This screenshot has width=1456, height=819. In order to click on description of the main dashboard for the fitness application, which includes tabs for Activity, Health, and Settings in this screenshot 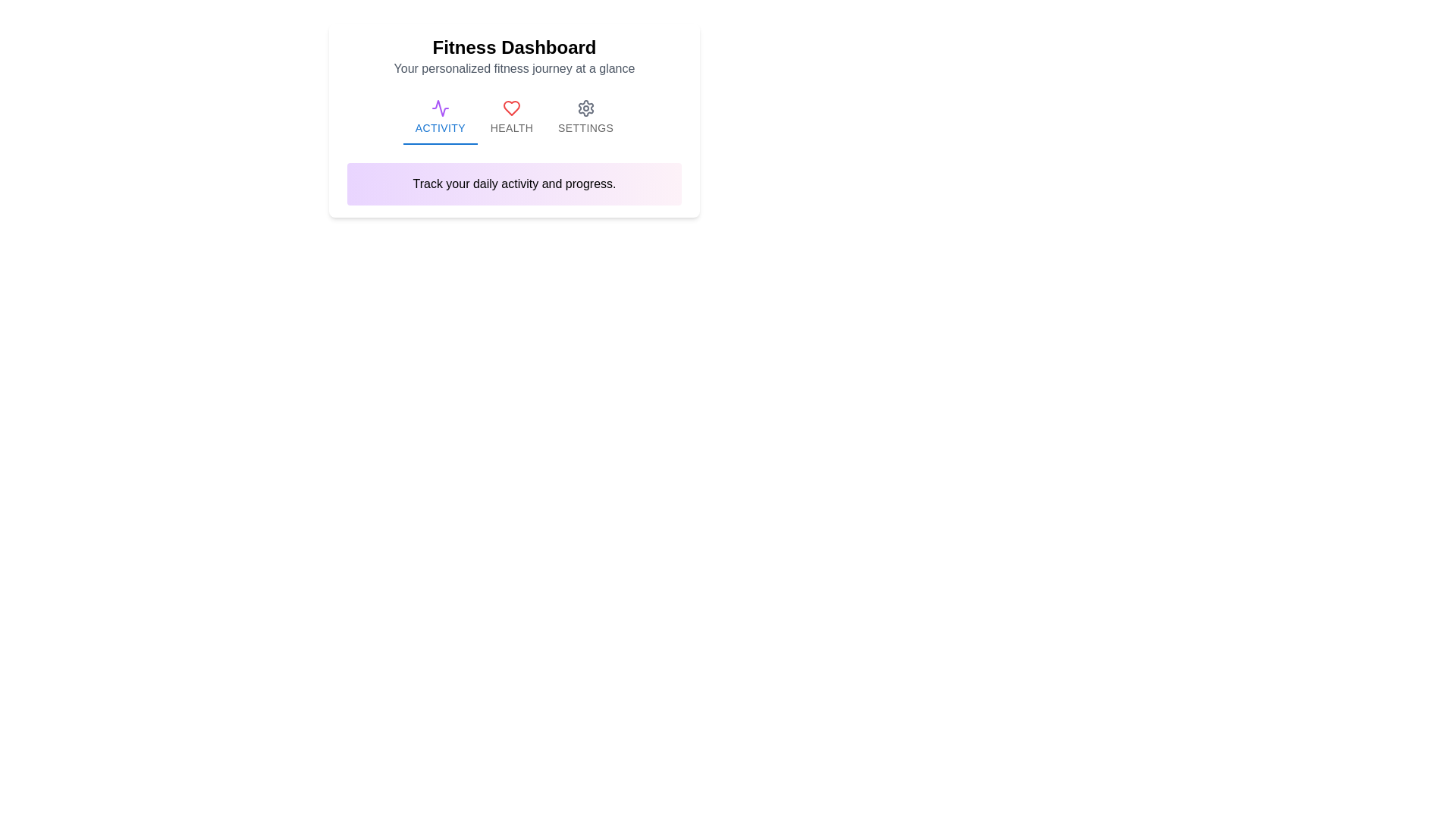, I will do `click(514, 119)`.